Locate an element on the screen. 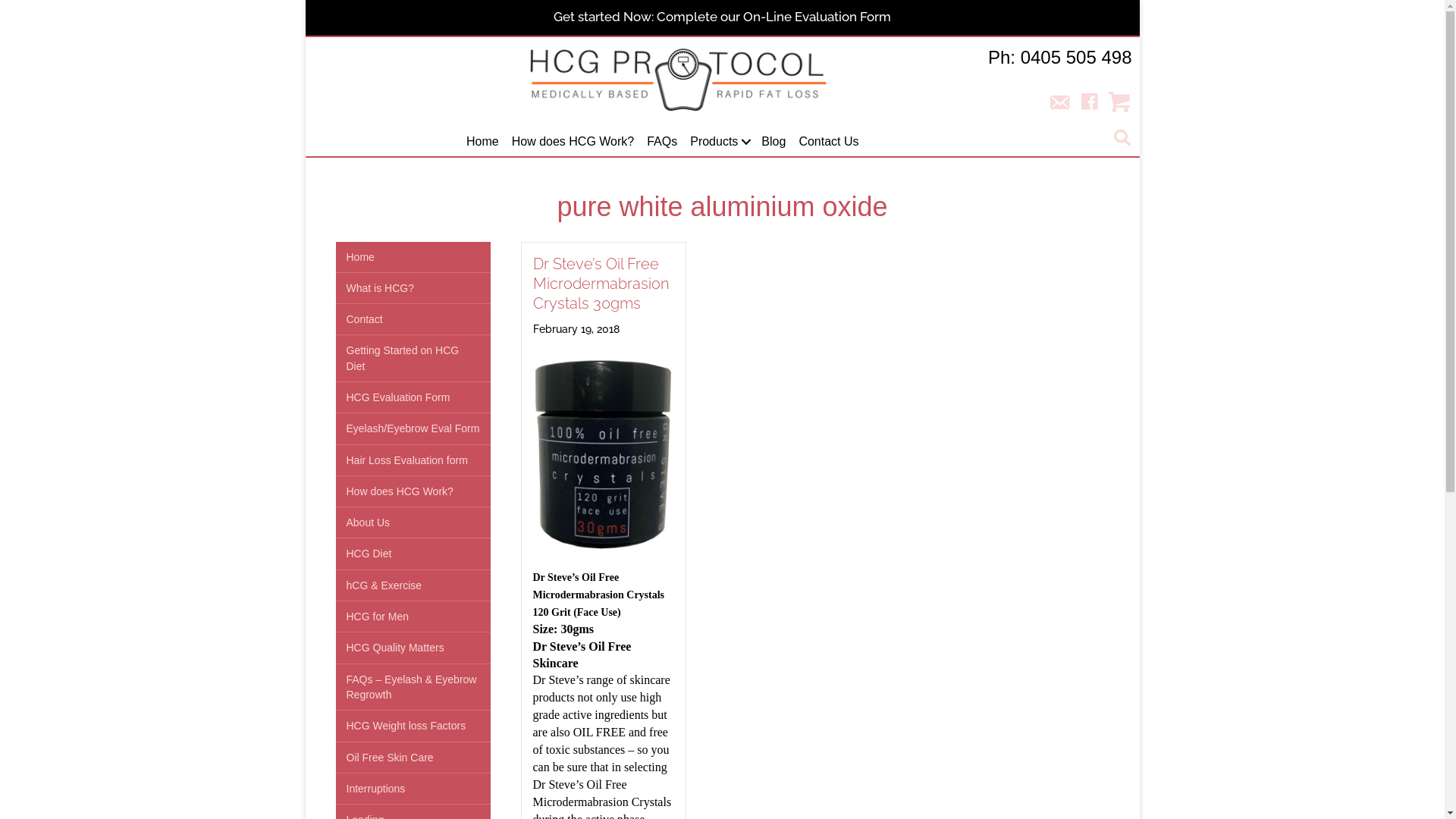  'What is HCG?' is located at coordinates (334, 288).